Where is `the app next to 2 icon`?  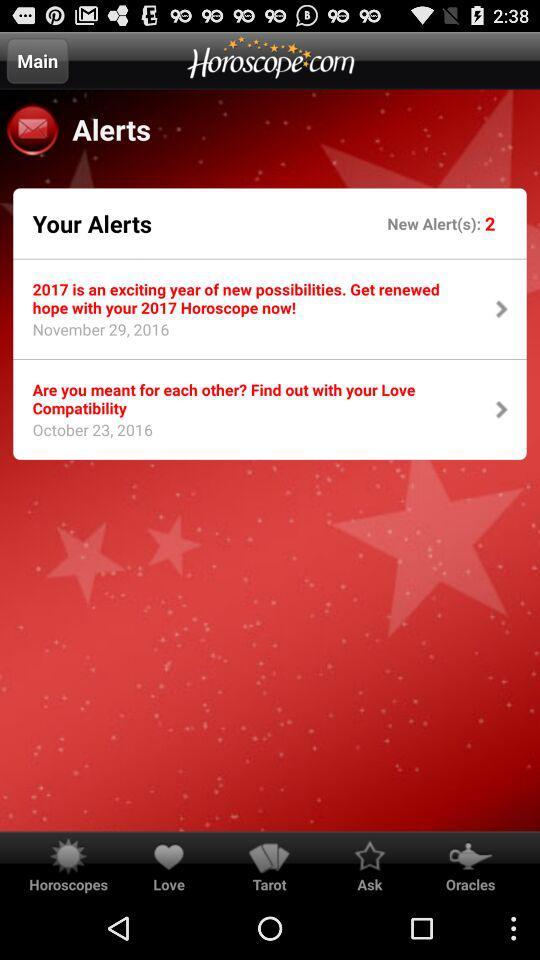
the app next to 2 icon is located at coordinates (435, 223).